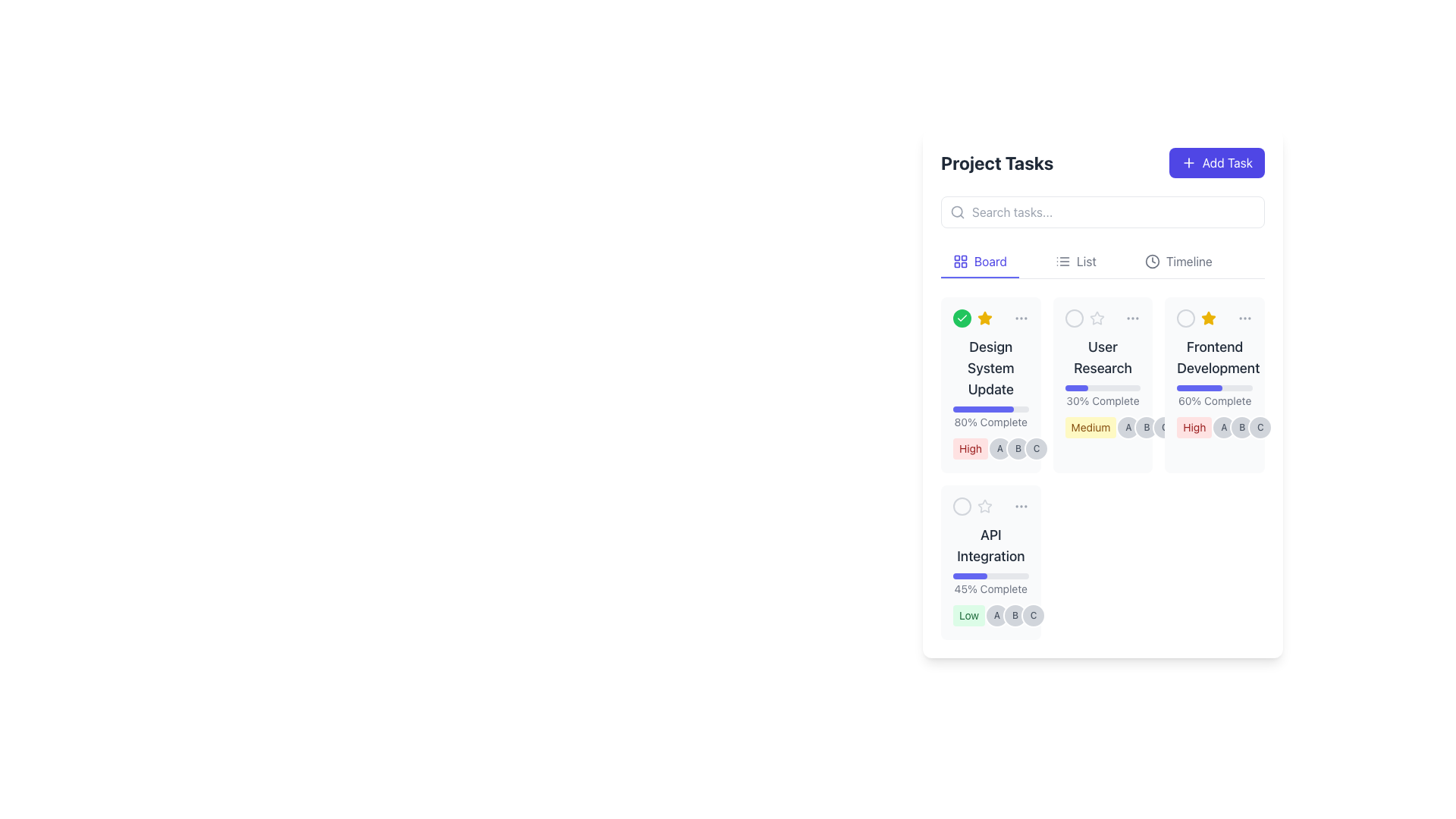  I want to click on the progress, so click(1204, 388).